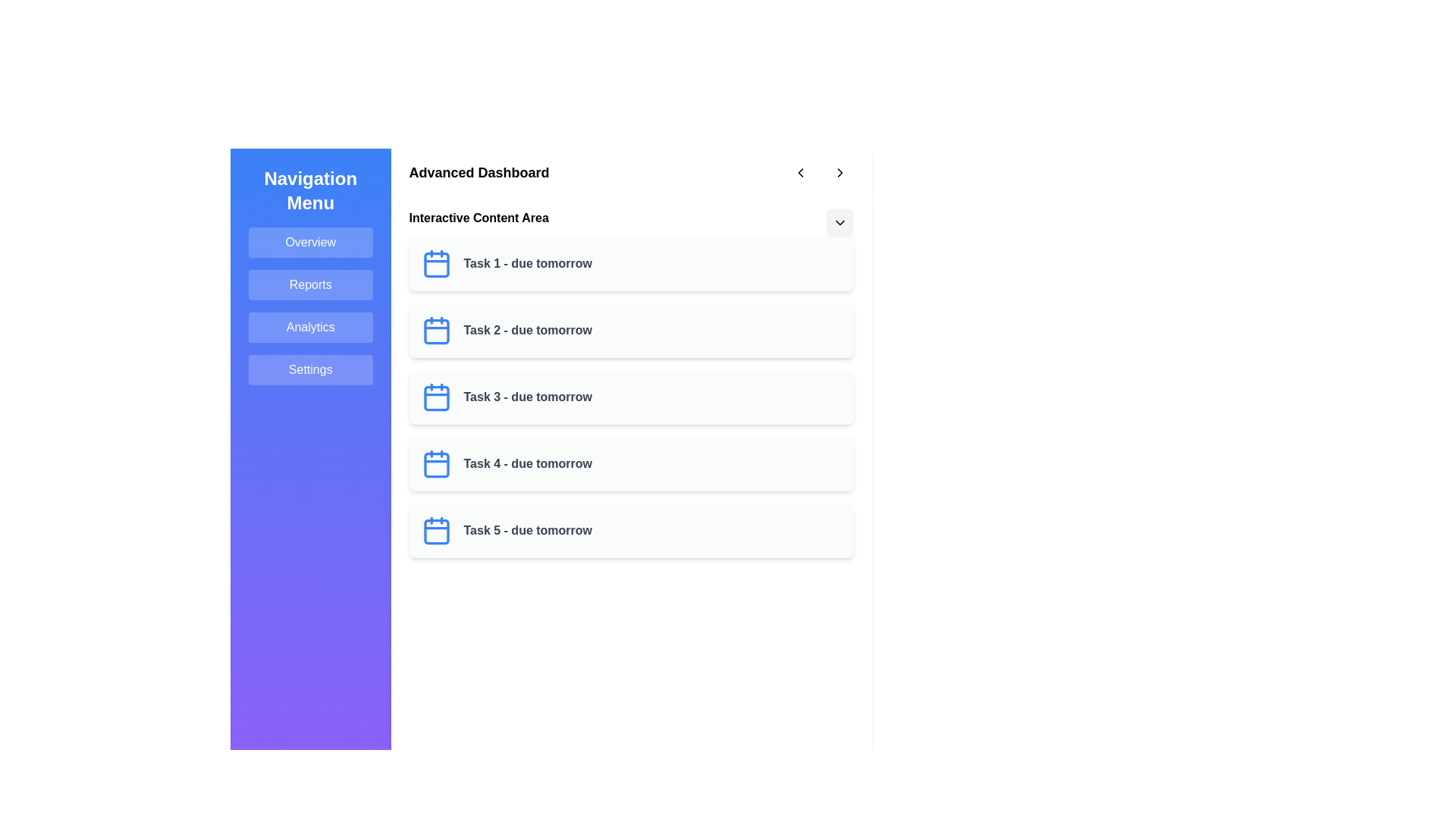 The image size is (1456, 819). What do you see at coordinates (435, 529) in the screenshot?
I see `the blue calendar icon with rounded corners, located to the left of the 'Task 5 - due tomorrow' text in the fifth card of the vertical list` at bounding box center [435, 529].